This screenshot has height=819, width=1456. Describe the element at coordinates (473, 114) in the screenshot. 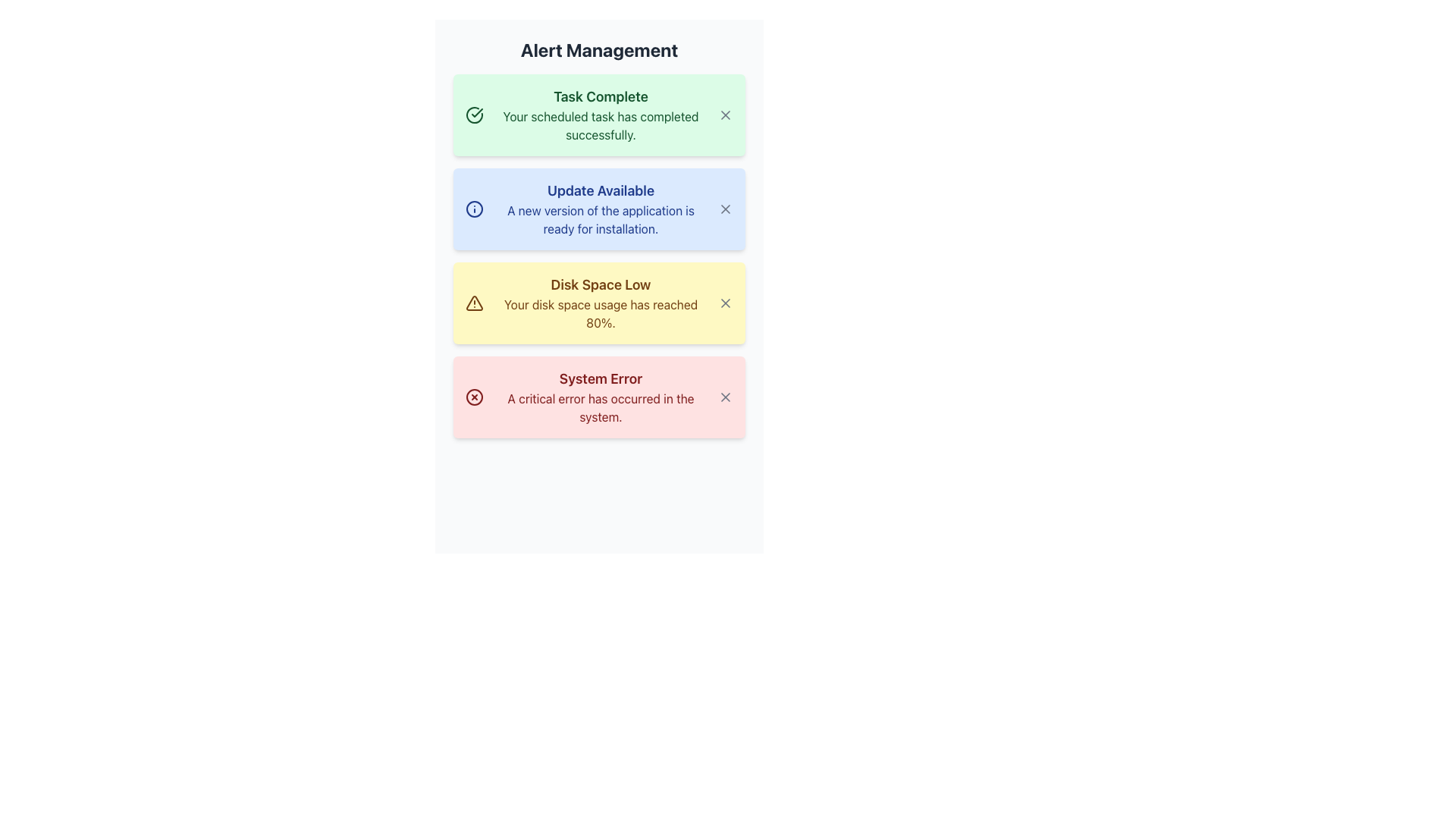

I see `the success indicator icon located to the left of the text 'Task Complete' within the green message box titled 'Task Complete'` at that location.